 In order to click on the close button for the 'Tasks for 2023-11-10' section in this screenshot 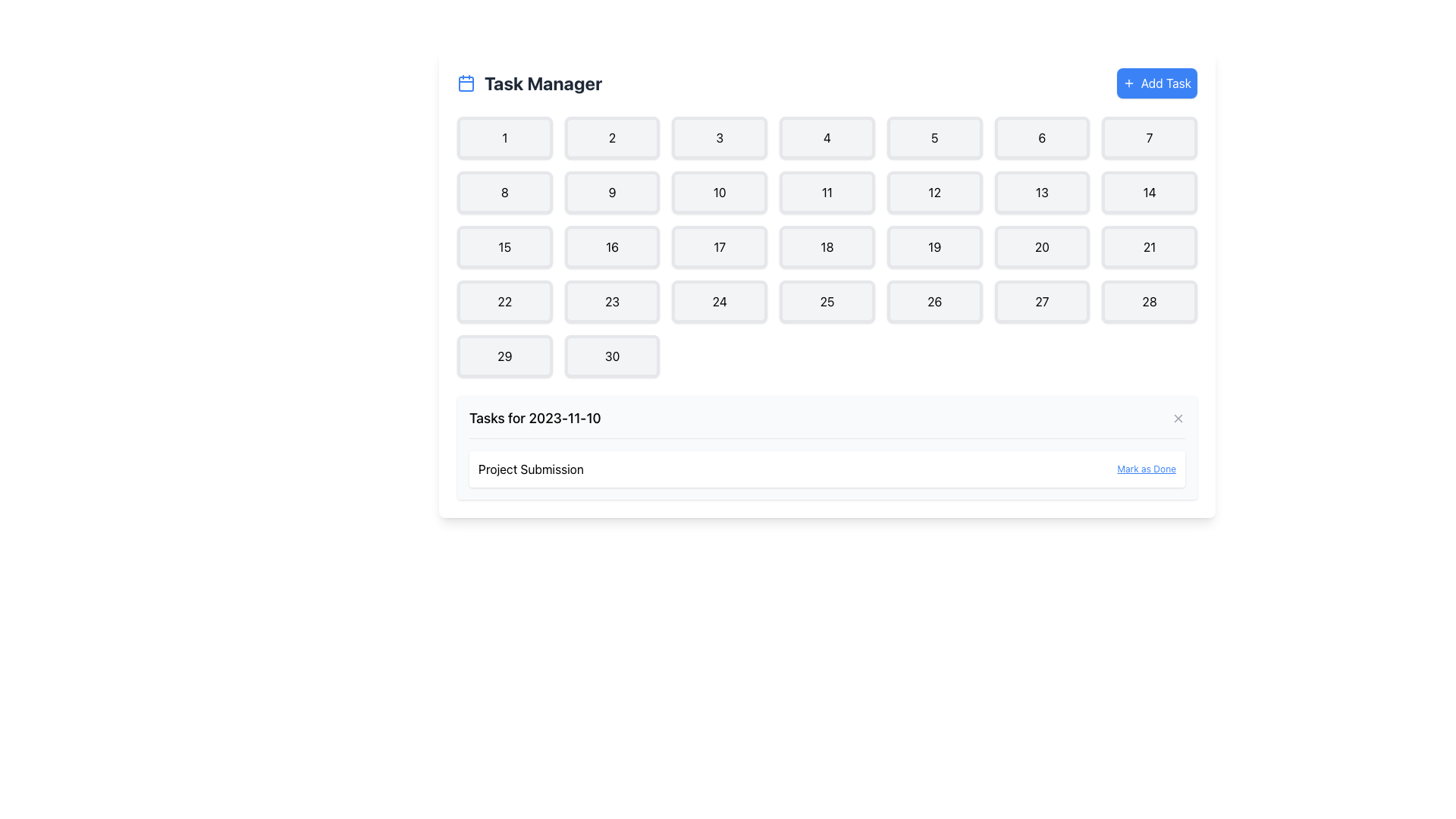, I will do `click(1178, 418)`.